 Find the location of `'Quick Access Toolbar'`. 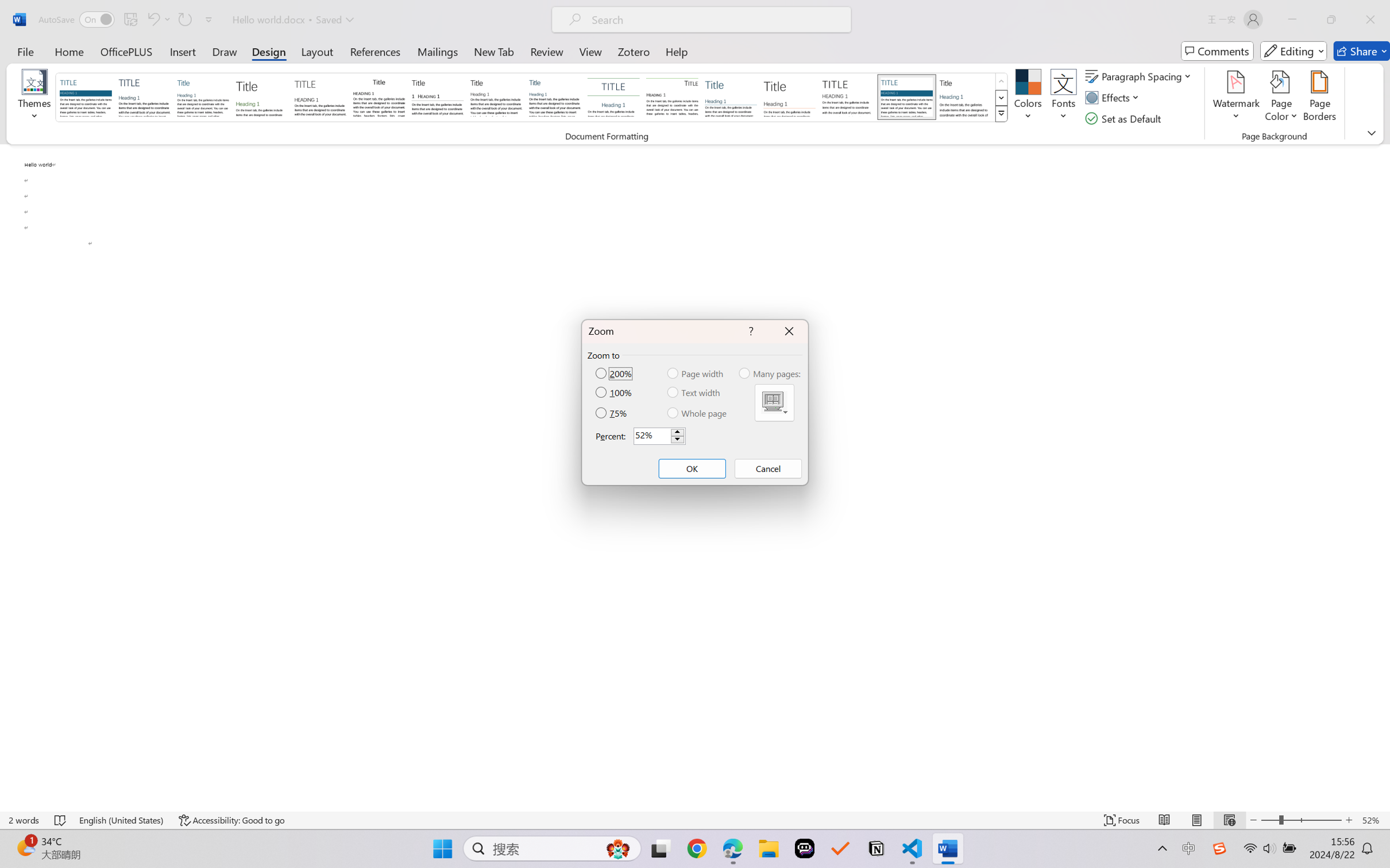

'Quick Access Toolbar' is located at coordinates (128, 19).